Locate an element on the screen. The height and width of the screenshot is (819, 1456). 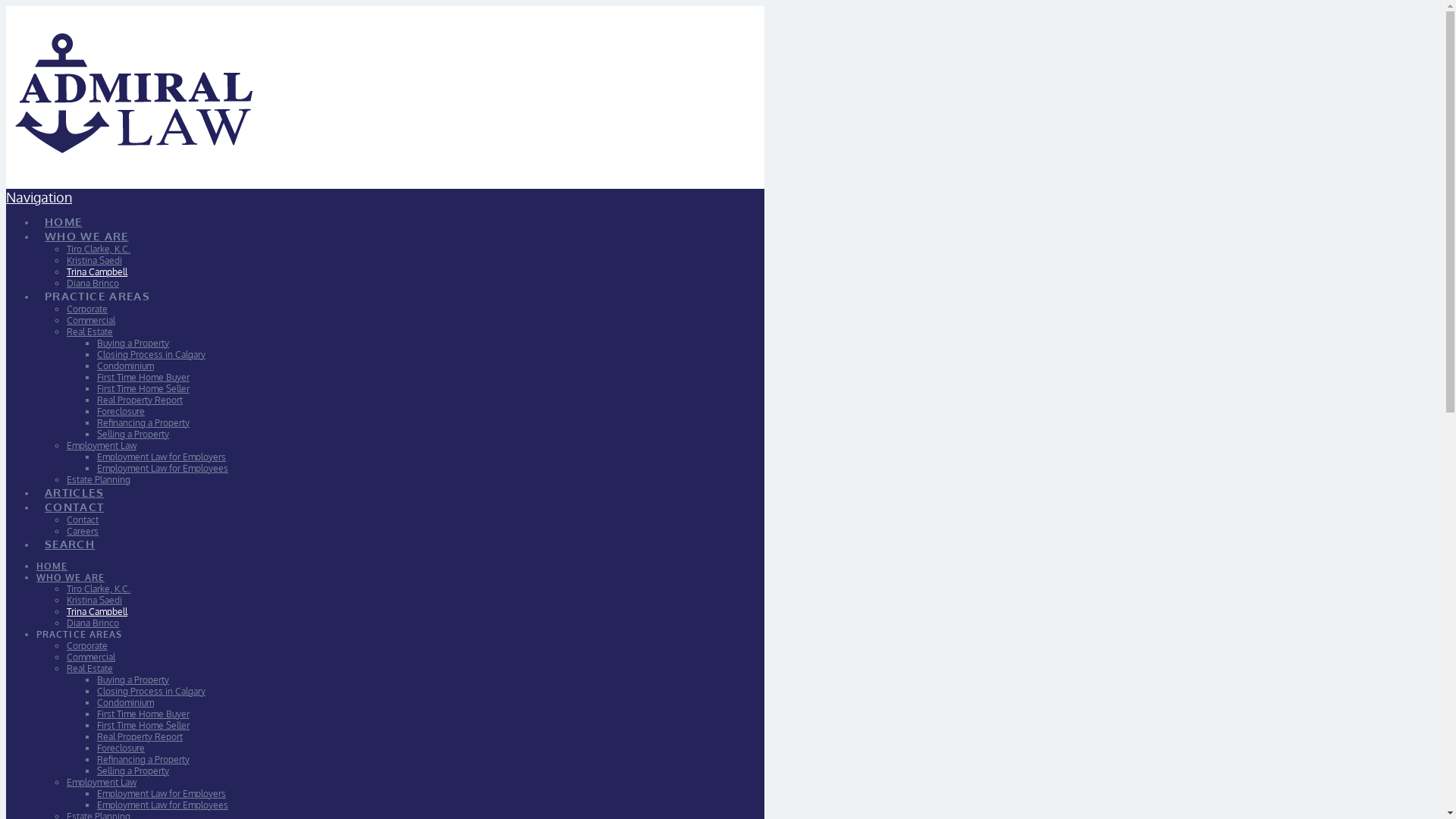
'Real Property Report' is located at coordinates (140, 736).